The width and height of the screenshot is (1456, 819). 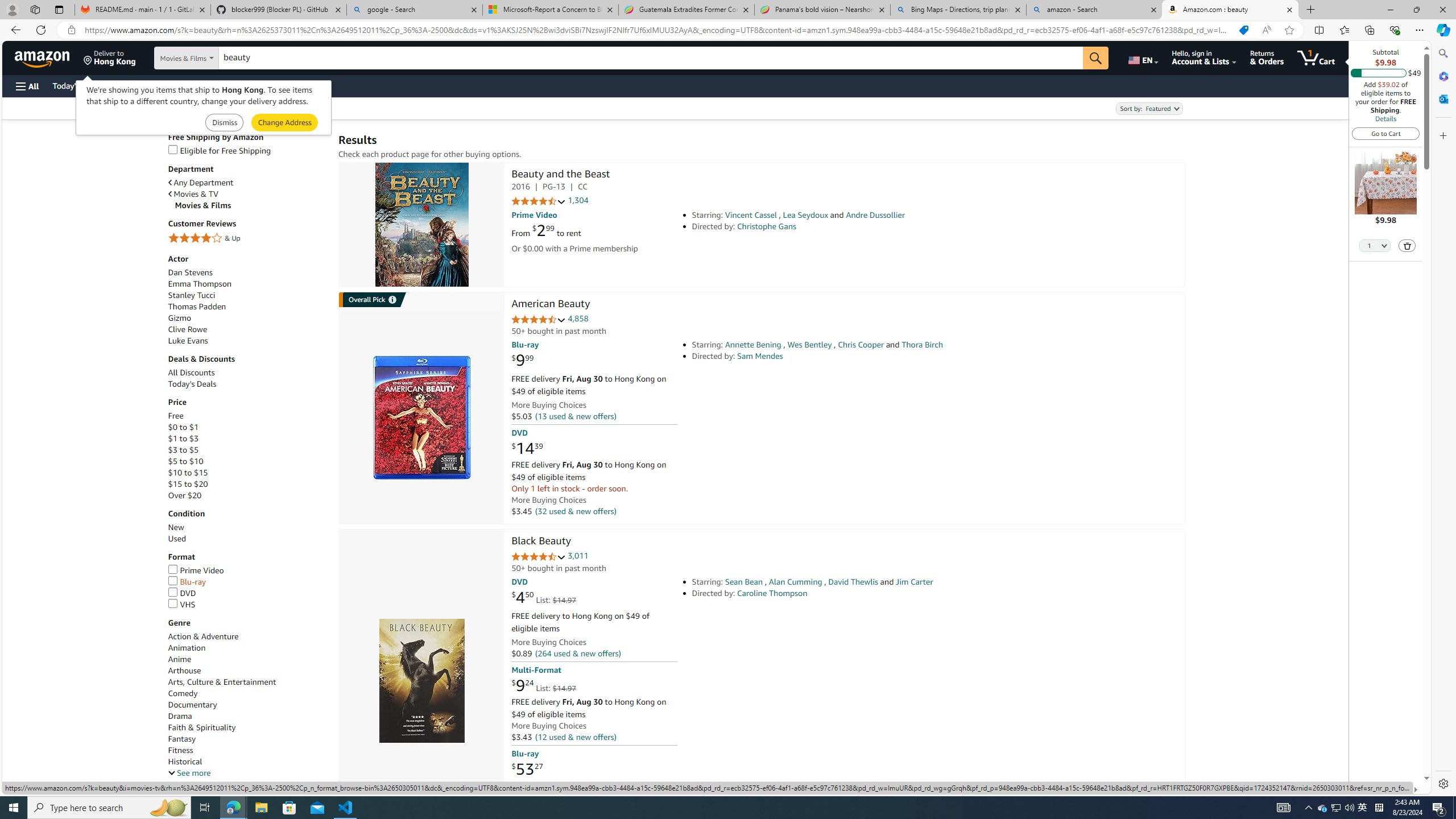 I want to click on 'Deliver to Hong Kong', so click(x=109, y=57).